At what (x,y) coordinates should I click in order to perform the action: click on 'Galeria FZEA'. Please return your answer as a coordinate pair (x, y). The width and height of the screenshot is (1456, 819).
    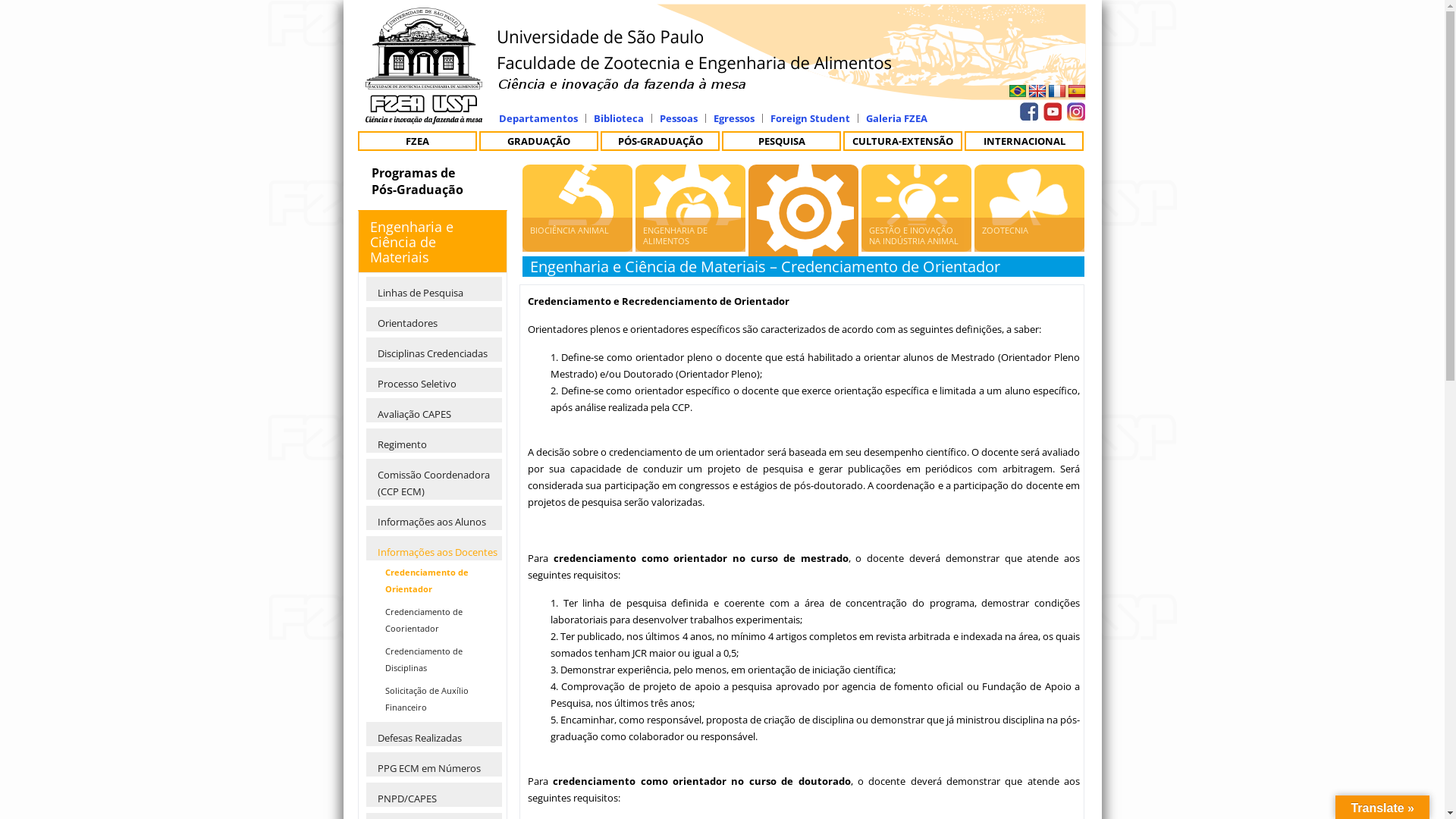
    Looking at the image, I should click on (866, 116).